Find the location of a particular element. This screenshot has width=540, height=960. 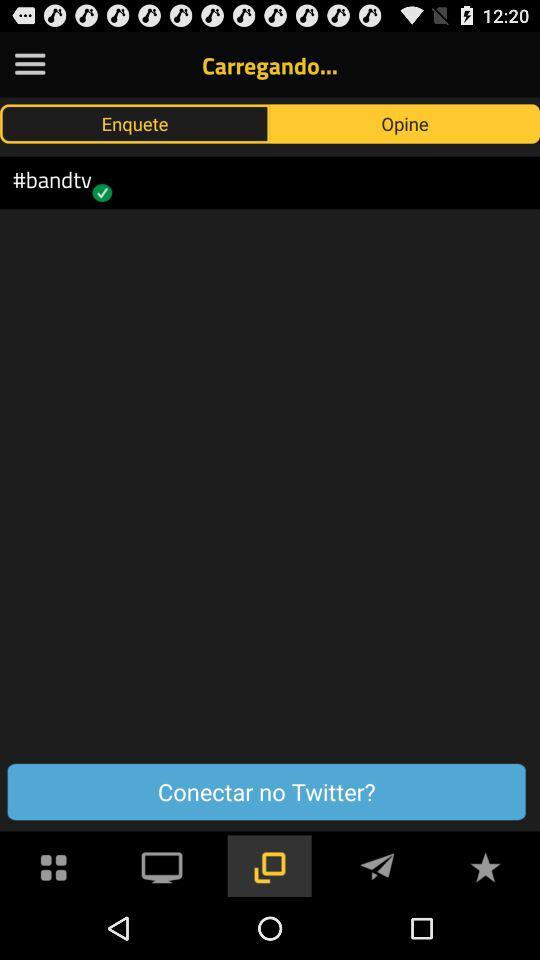

the opine icon is located at coordinates (405, 122).